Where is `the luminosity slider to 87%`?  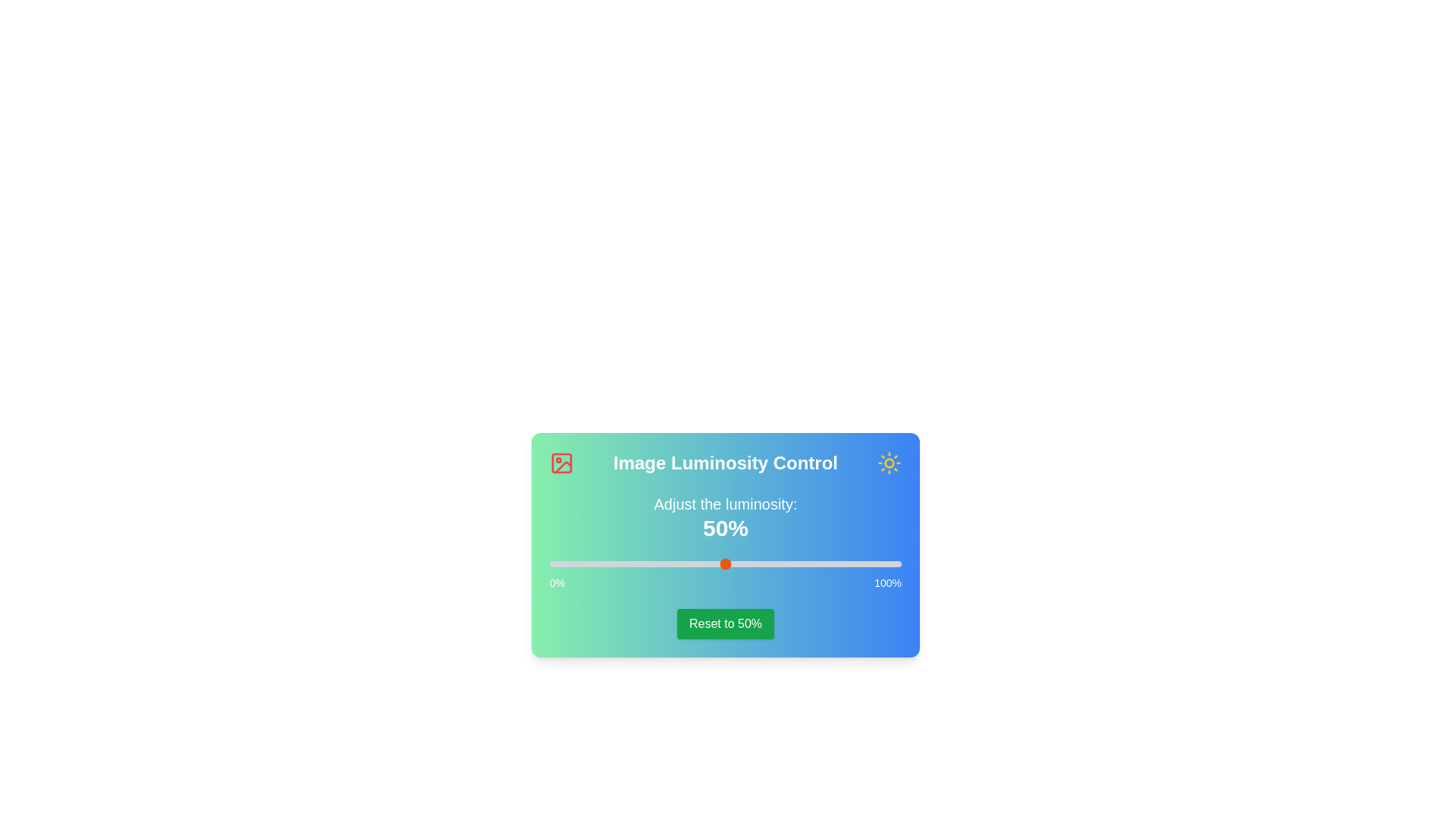 the luminosity slider to 87% is located at coordinates (855, 564).